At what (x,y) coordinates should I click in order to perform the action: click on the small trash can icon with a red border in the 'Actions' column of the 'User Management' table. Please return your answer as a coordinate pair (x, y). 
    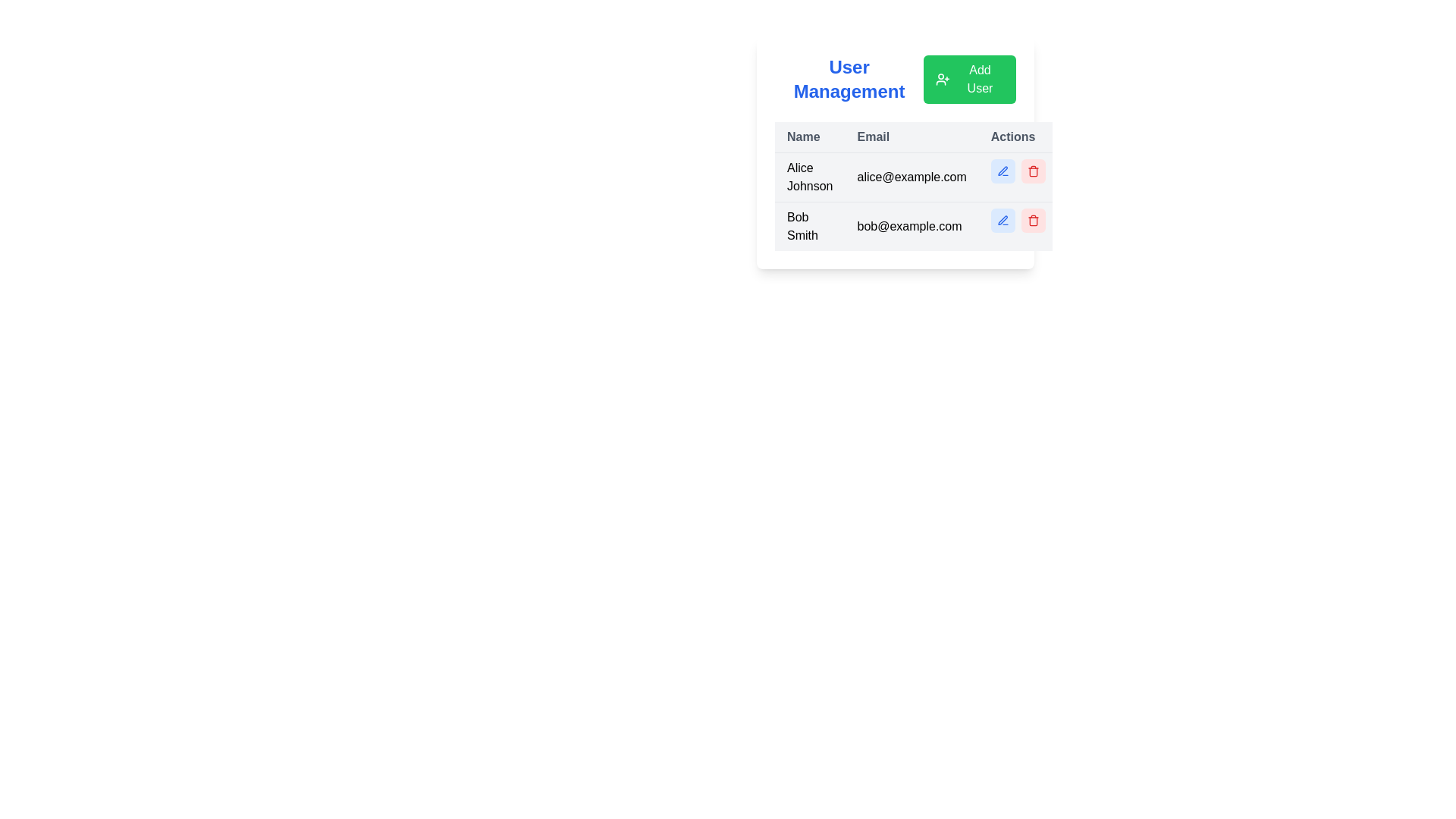
    Looking at the image, I should click on (1032, 171).